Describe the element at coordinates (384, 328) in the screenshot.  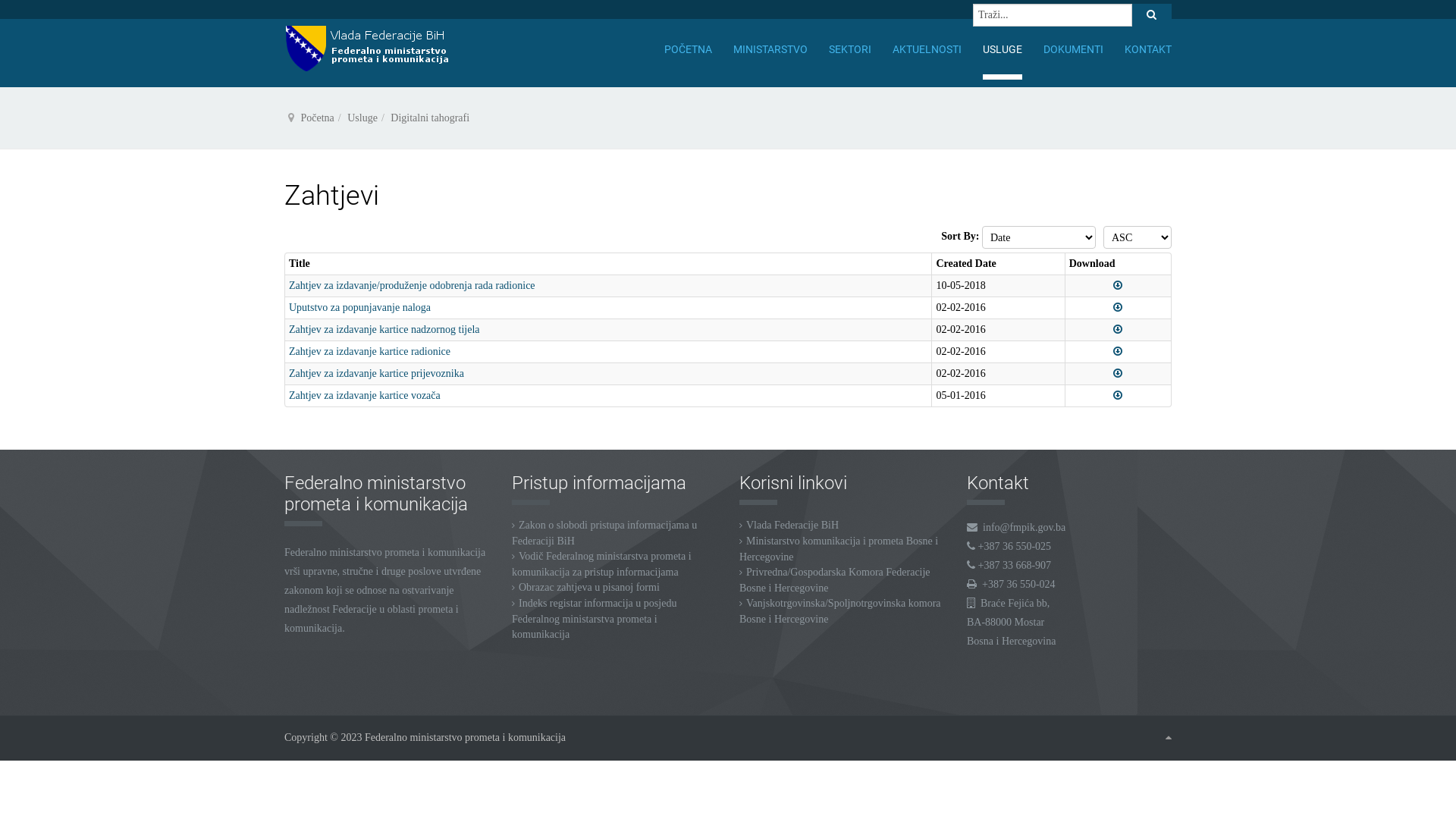
I see `'Zahtjev za izdavanje kartice nadzornog tijela'` at that location.